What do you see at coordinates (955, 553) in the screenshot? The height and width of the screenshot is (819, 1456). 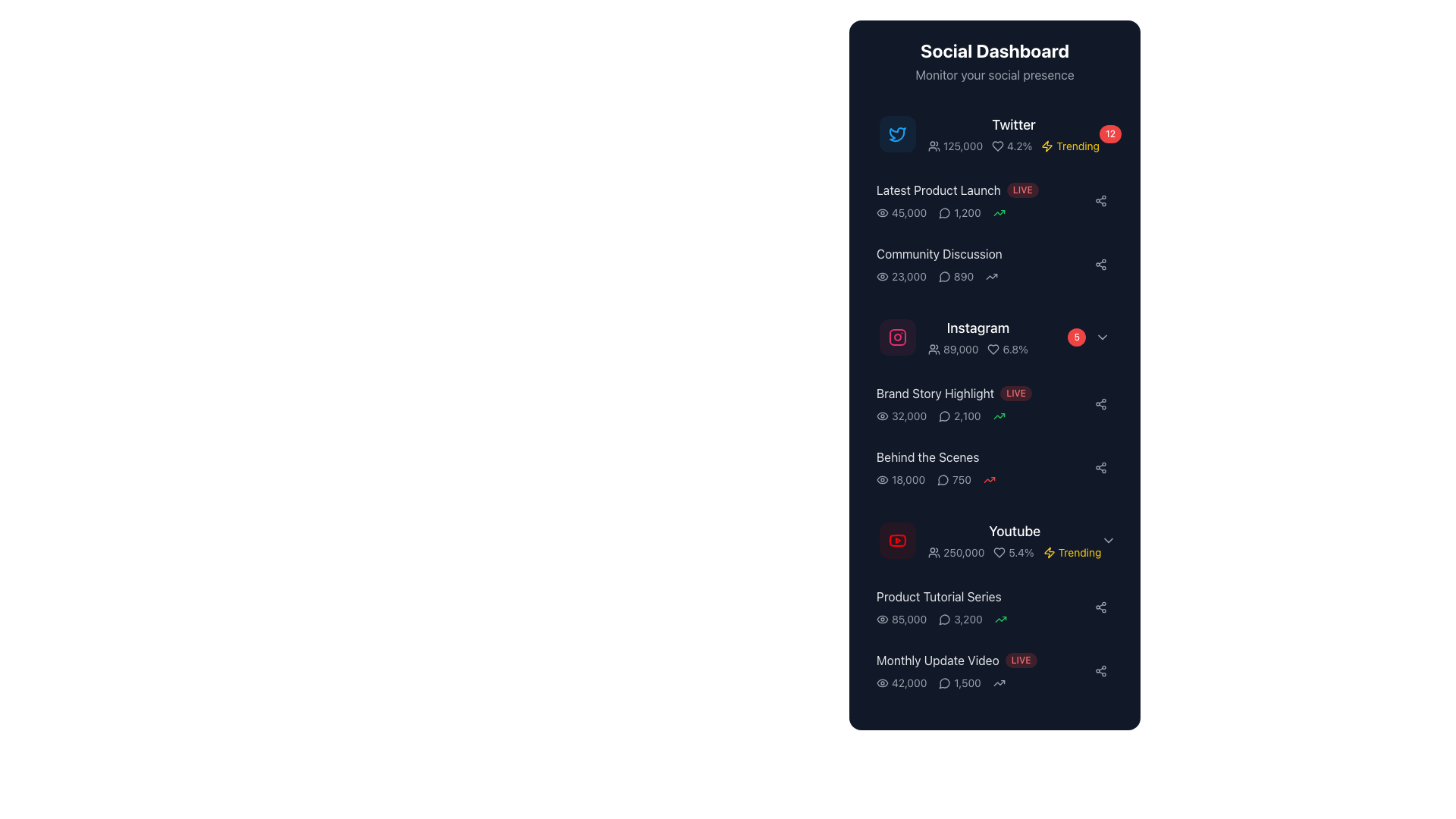 I see `the Text label displaying user-related statistics under the 'Youtube' label in the 'Social Dashboard', located to the left of the '5.4%' statistic` at bounding box center [955, 553].